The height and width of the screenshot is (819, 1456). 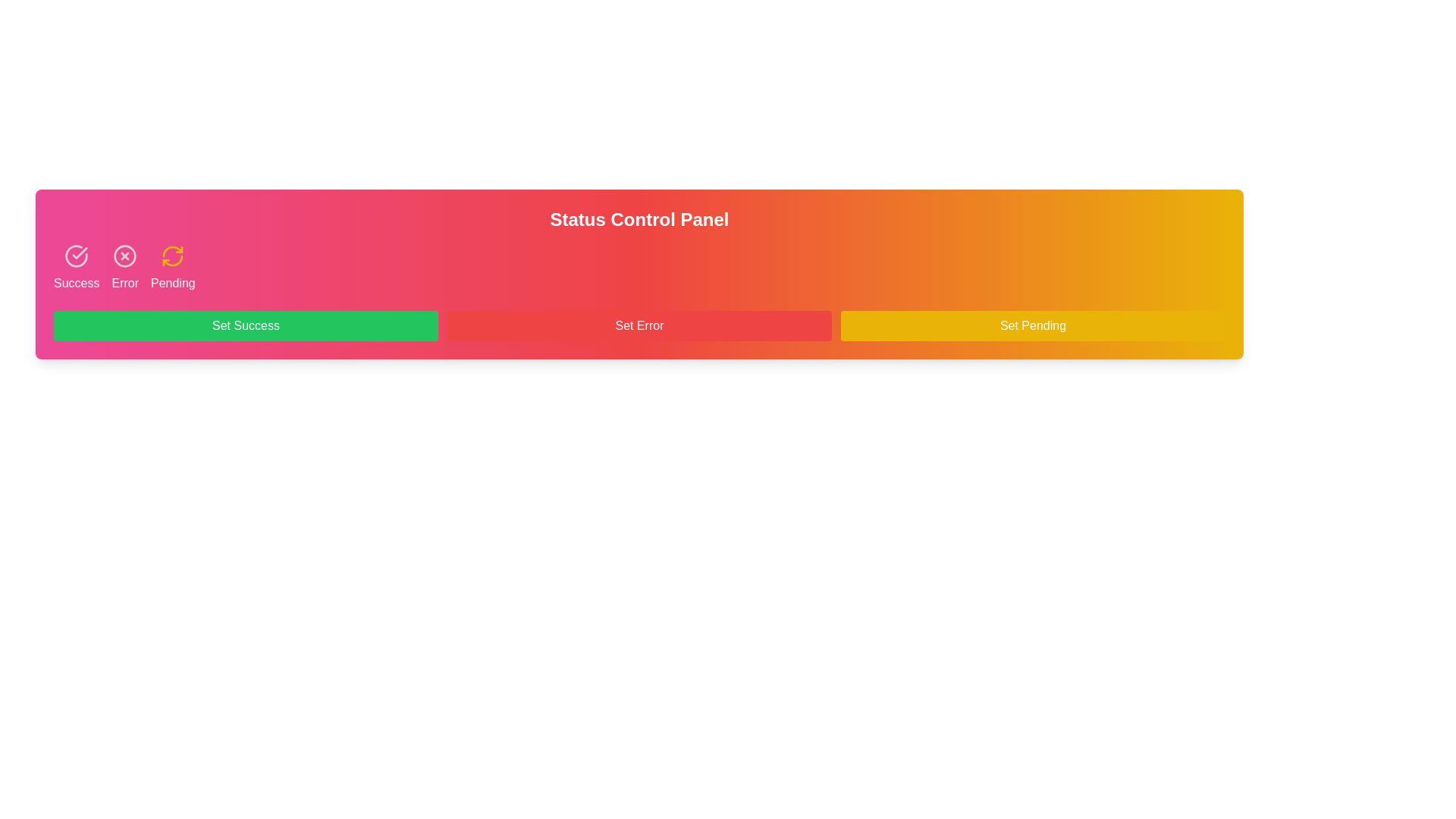 I want to click on the error state icon located in the top-left portion of the interface, immediately to the right of the 'Success' icon and to the left of the 'Pending' icon, so click(x=125, y=256).